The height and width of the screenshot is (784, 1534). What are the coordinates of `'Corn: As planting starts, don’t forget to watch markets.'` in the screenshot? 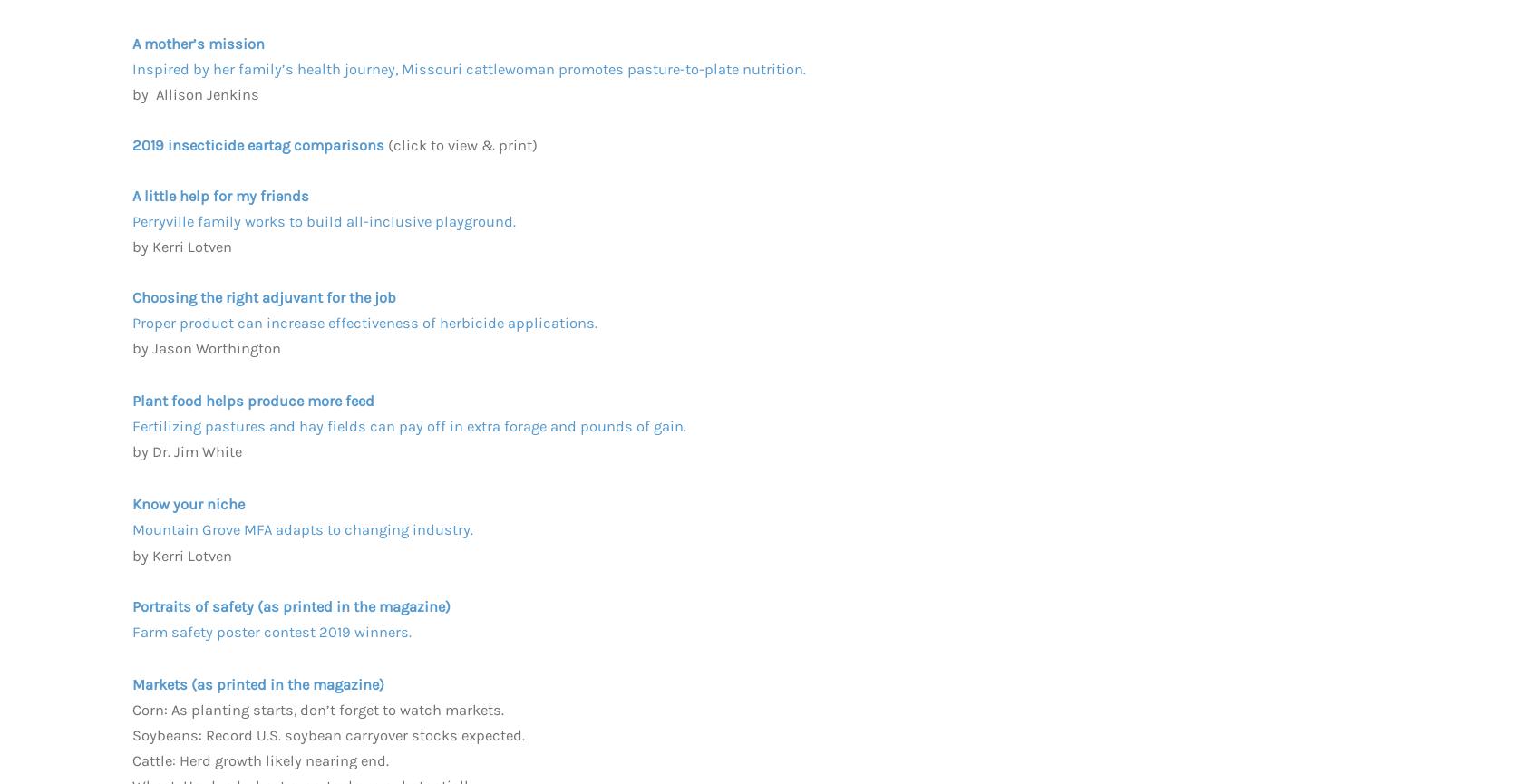 It's located at (316, 708).